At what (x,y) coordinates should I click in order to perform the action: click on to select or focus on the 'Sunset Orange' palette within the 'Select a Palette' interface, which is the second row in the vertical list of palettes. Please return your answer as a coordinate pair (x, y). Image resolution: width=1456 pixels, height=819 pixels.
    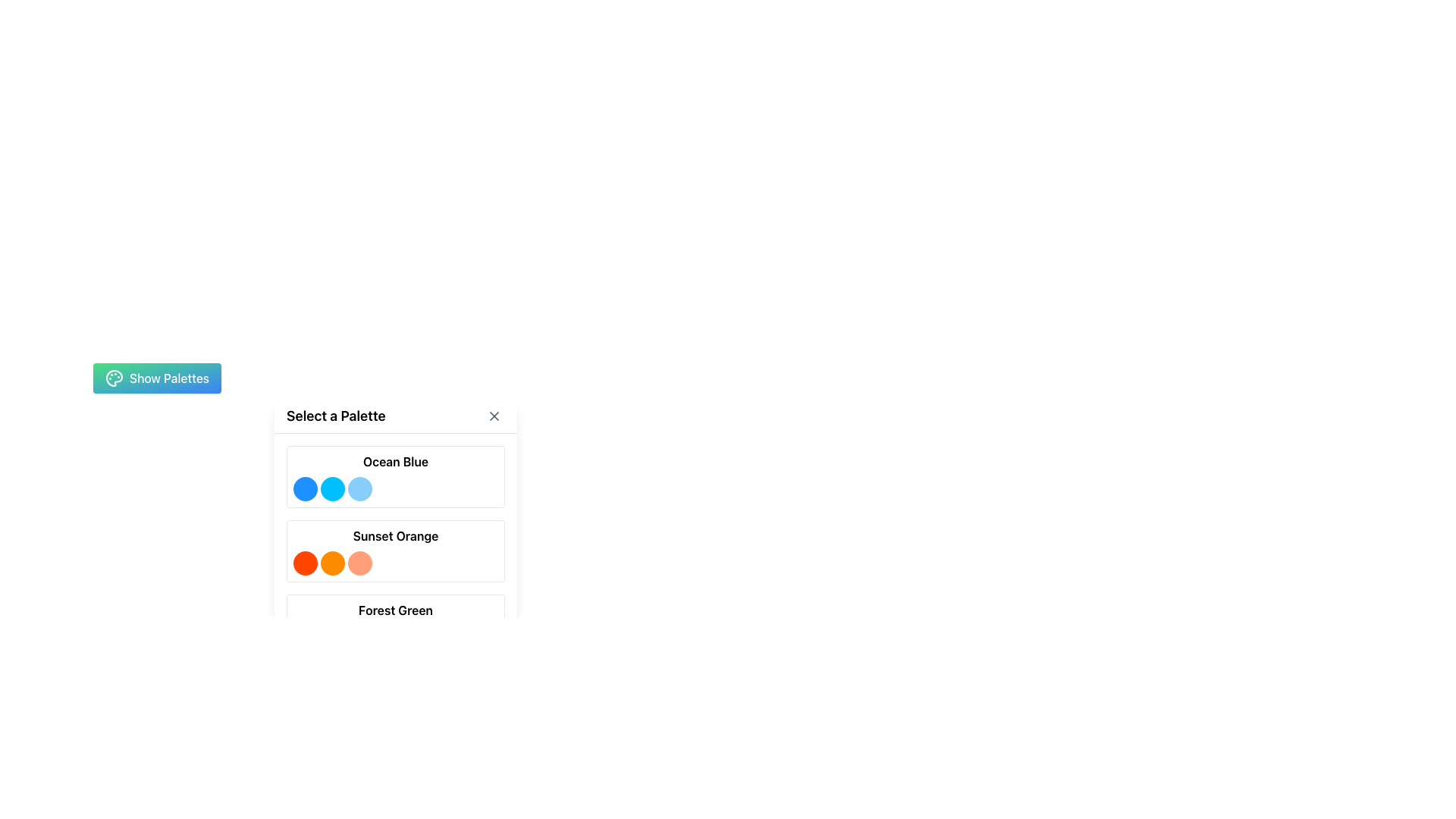
    Looking at the image, I should click on (396, 551).